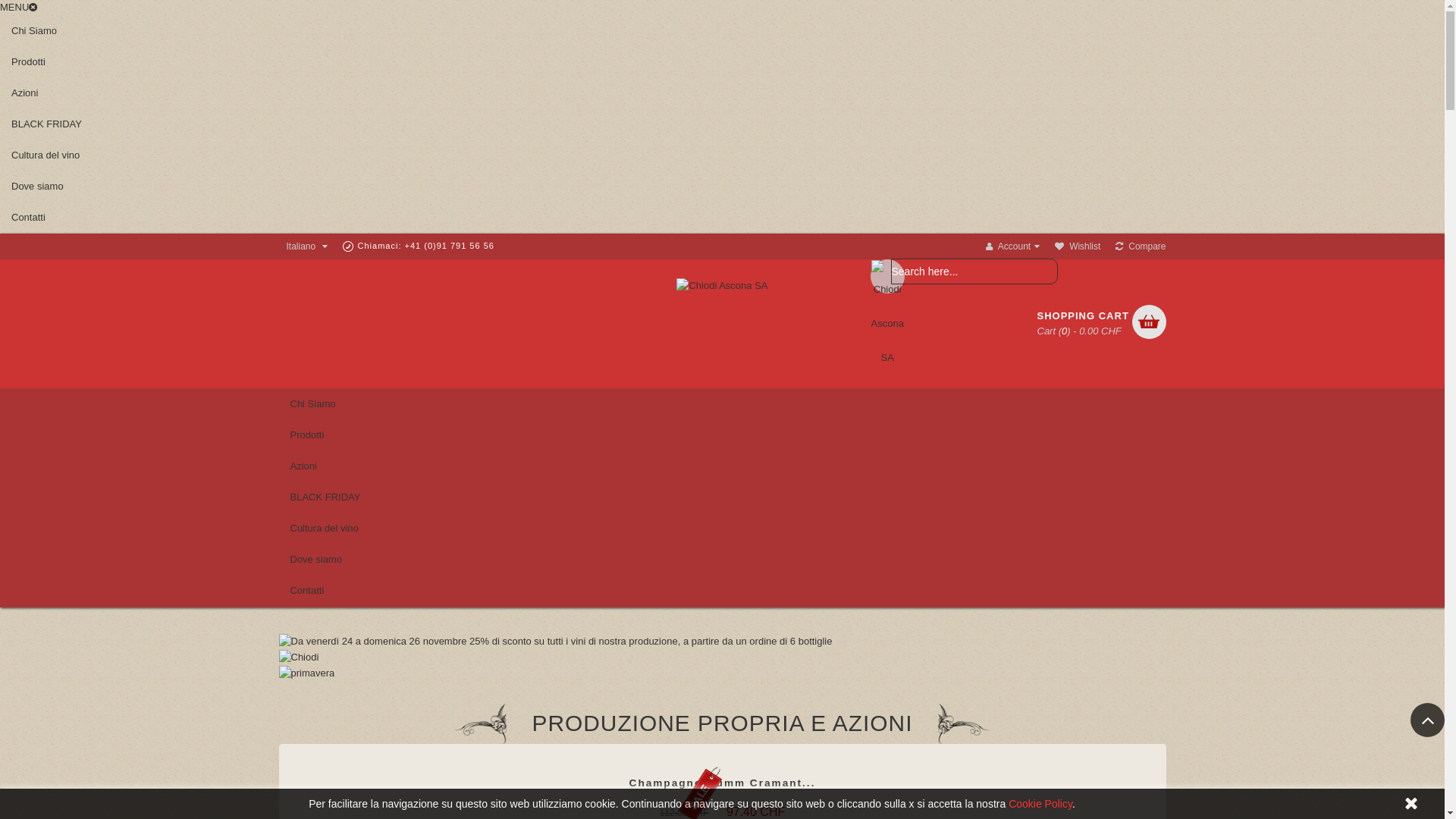  Describe the element at coordinates (722, 783) in the screenshot. I see `'Champagne Mumm Cramant...'` at that location.